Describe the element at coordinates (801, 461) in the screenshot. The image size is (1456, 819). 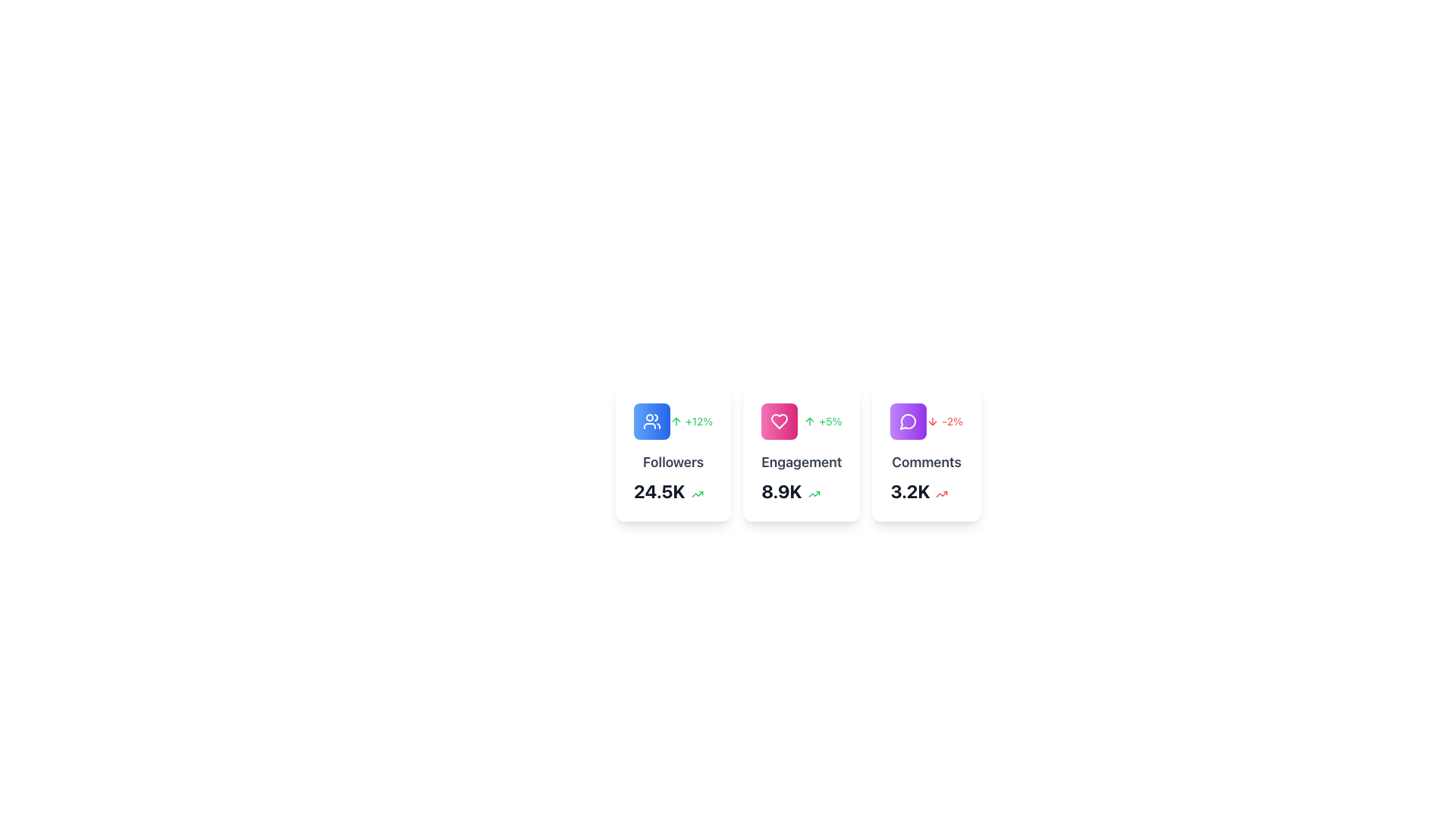
I see `displayed text from the 'Engagement' label, which is a bold, modern sans-serif text in medium gray color, centrally positioned below the heart icon in the second card of a horizontally-aligned group` at that location.